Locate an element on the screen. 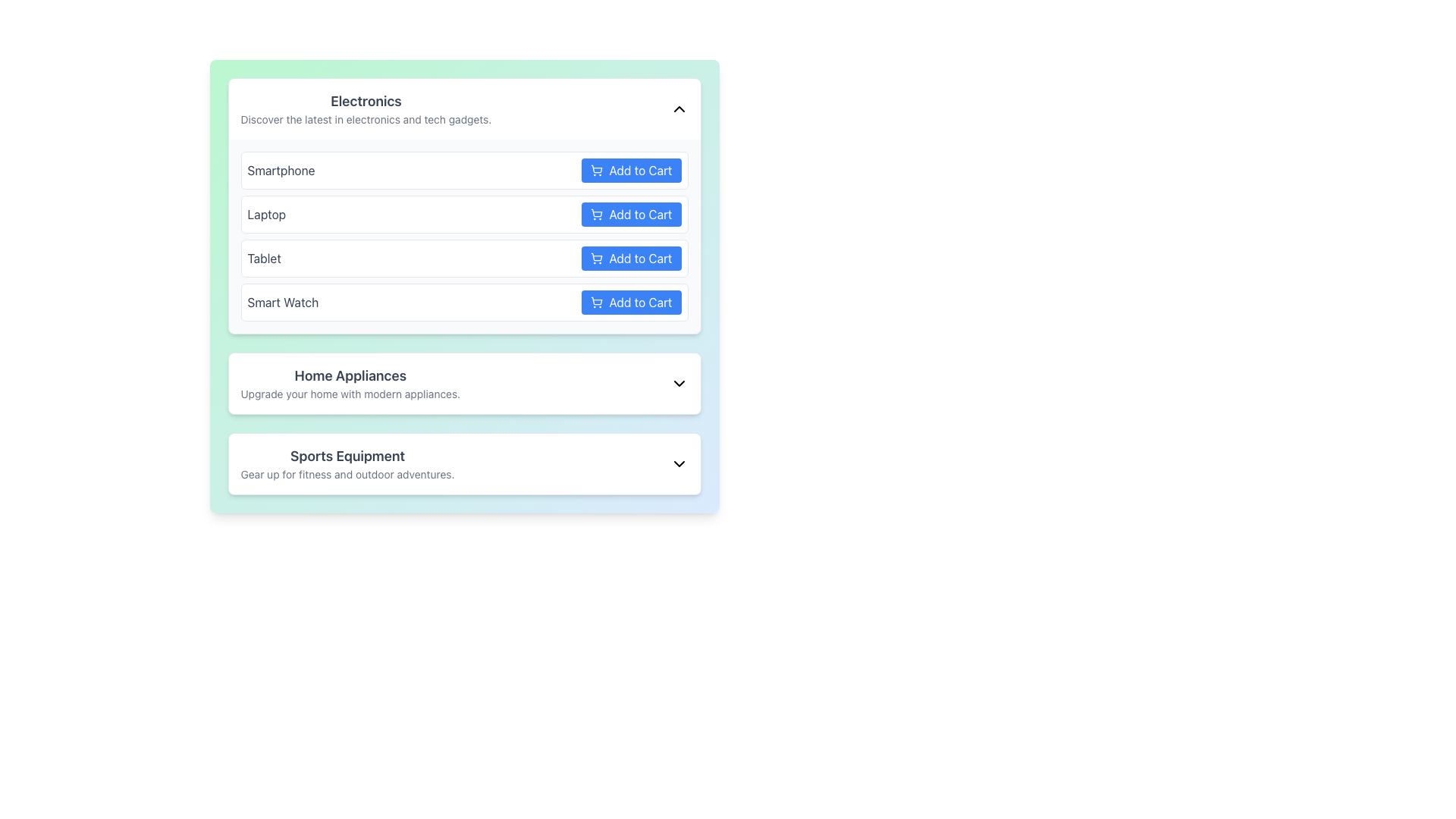 The width and height of the screenshot is (1456, 819). the downward chevron icon on the right side of the 'Home Appliances' title is located at coordinates (678, 382).